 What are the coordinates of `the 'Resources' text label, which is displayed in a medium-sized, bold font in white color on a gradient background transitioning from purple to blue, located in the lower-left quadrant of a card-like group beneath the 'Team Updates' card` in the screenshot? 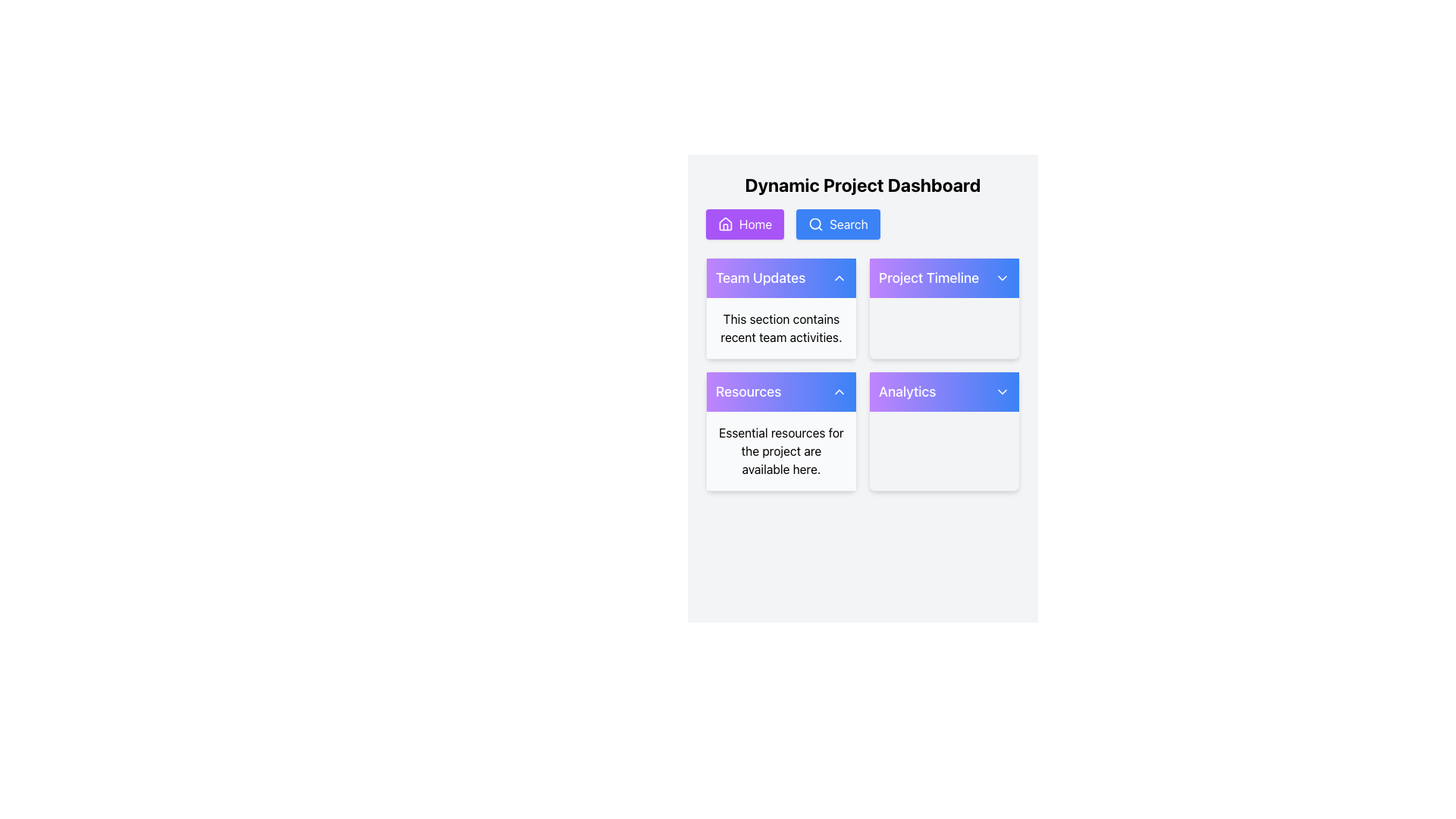 It's located at (748, 391).